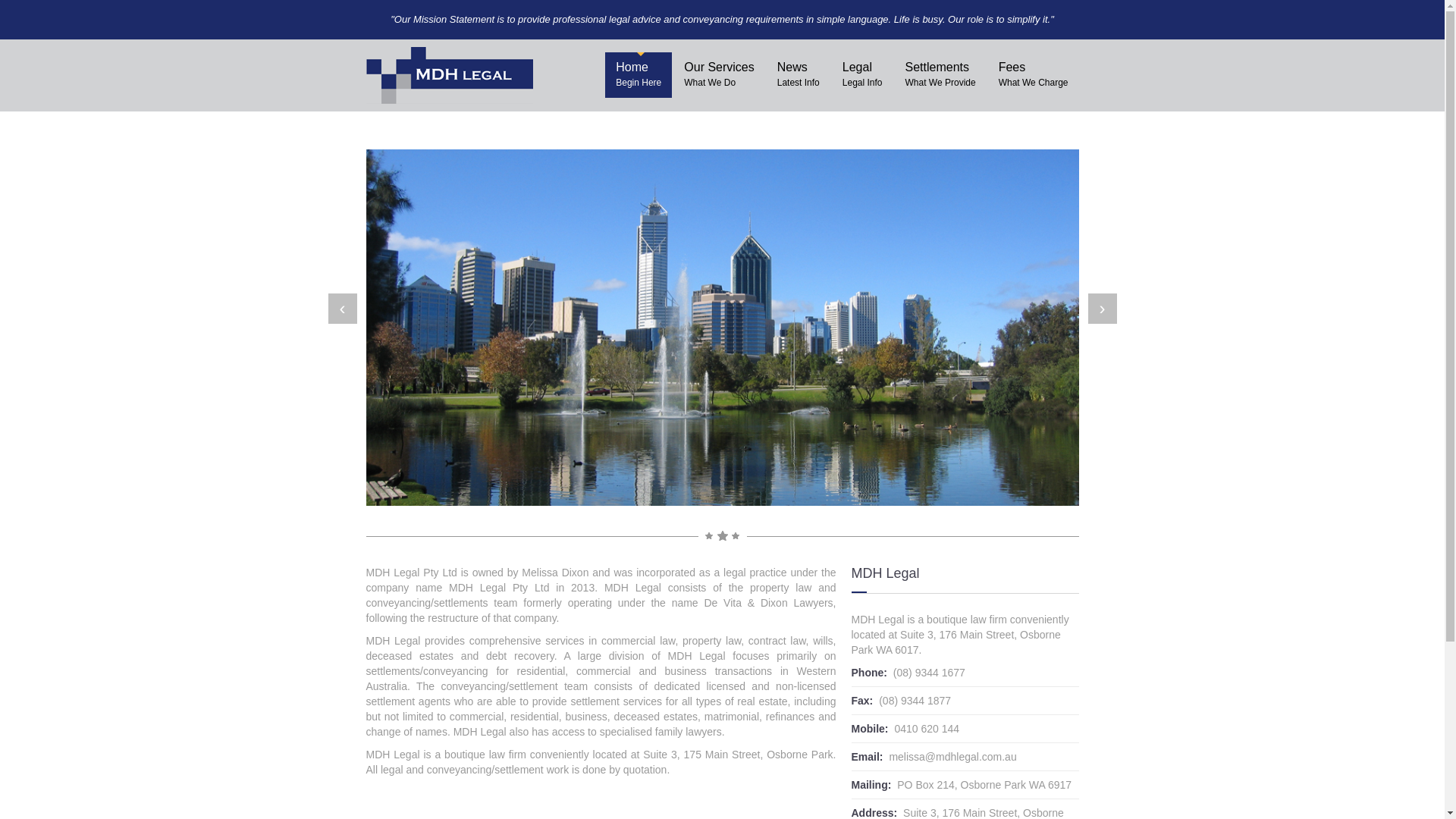  What do you see at coordinates (797, 75) in the screenshot?
I see `'News` at bounding box center [797, 75].